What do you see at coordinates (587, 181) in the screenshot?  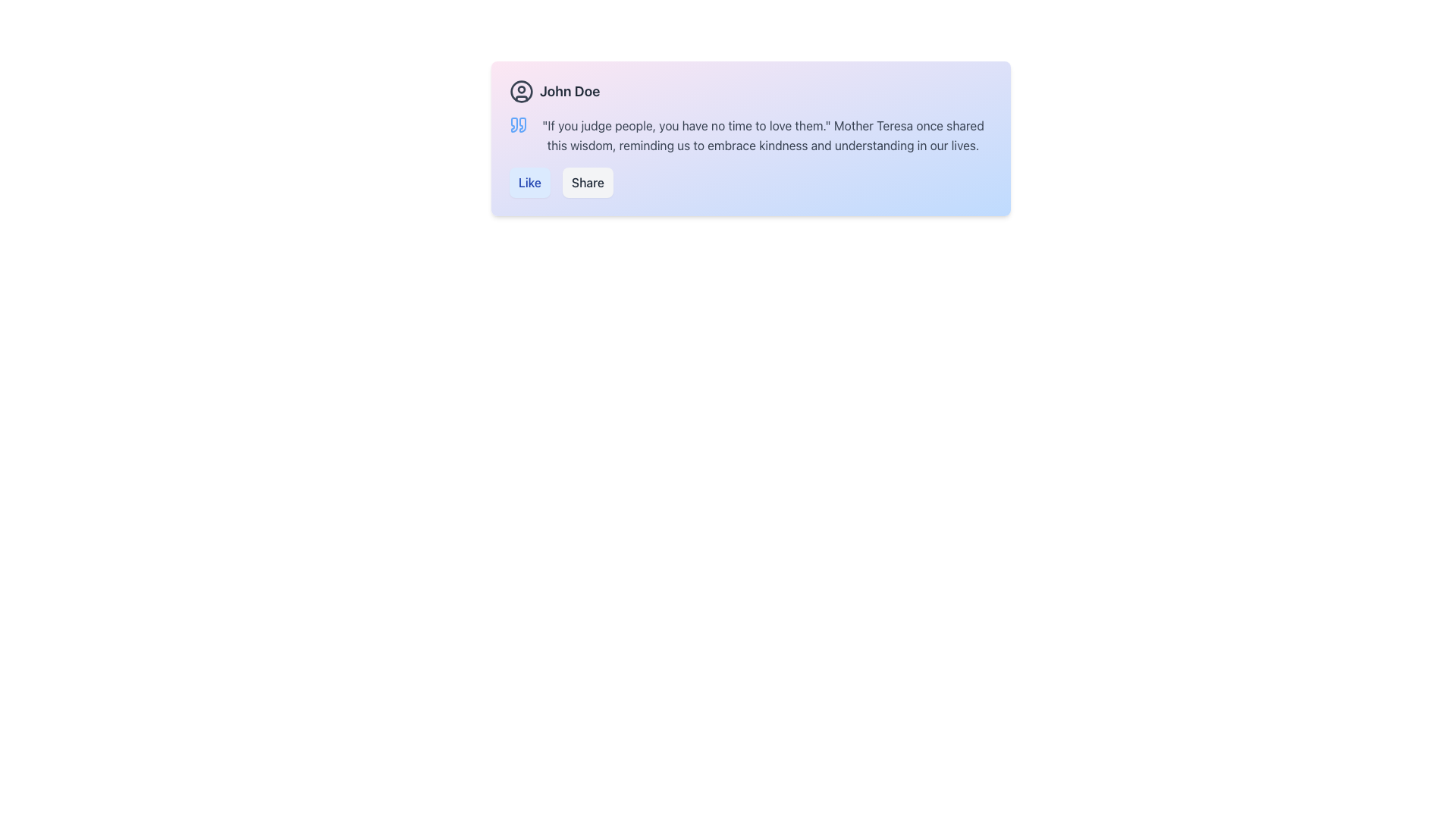 I see `the 'Share' button with a light gray background and dark gray text located on the right side of the 'Like' button at the bottom of the card` at bounding box center [587, 181].